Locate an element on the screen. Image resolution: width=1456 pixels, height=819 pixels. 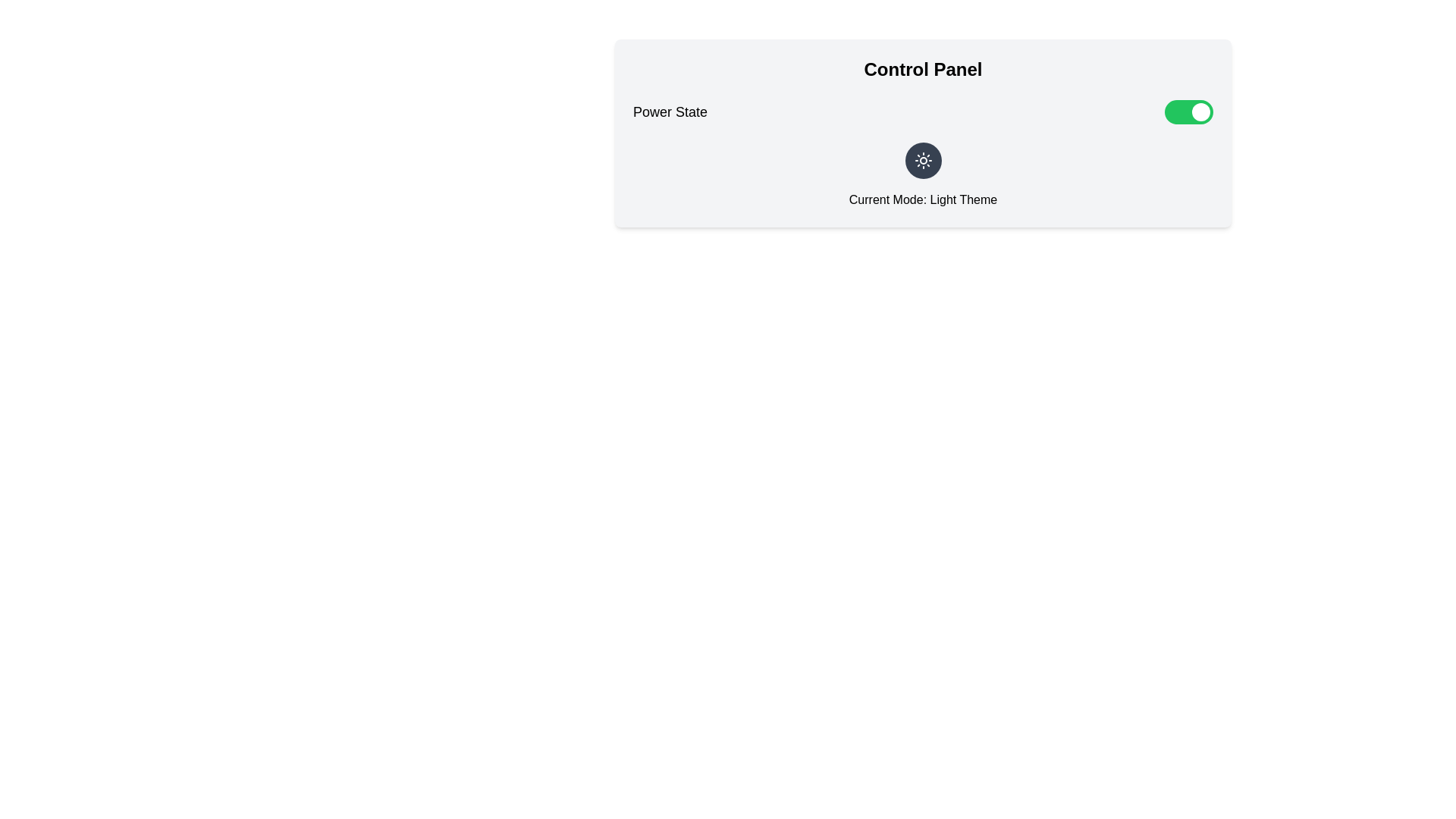
the static text label indicating 'Light Theme', which provides operational mode feedback, located below the sun icon is located at coordinates (922, 199).